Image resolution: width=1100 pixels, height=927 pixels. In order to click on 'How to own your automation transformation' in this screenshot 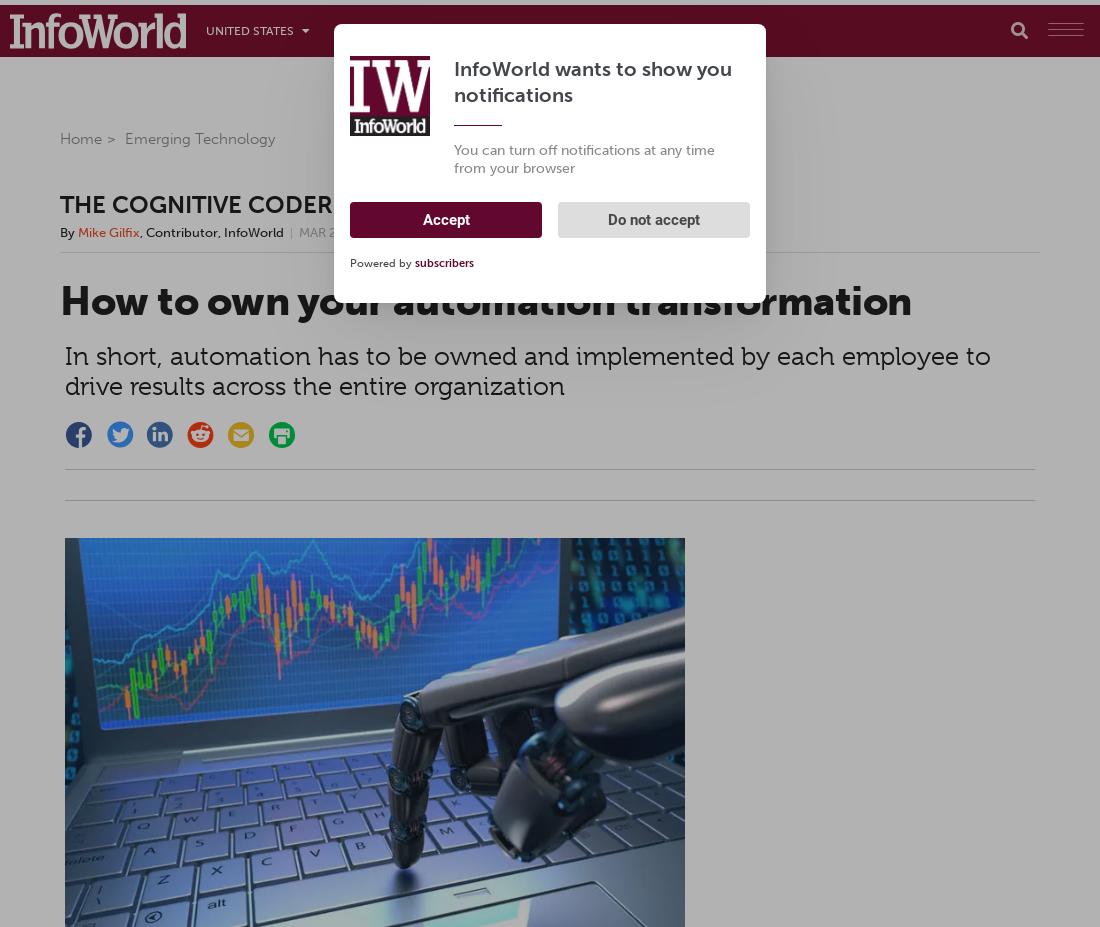, I will do `click(485, 299)`.